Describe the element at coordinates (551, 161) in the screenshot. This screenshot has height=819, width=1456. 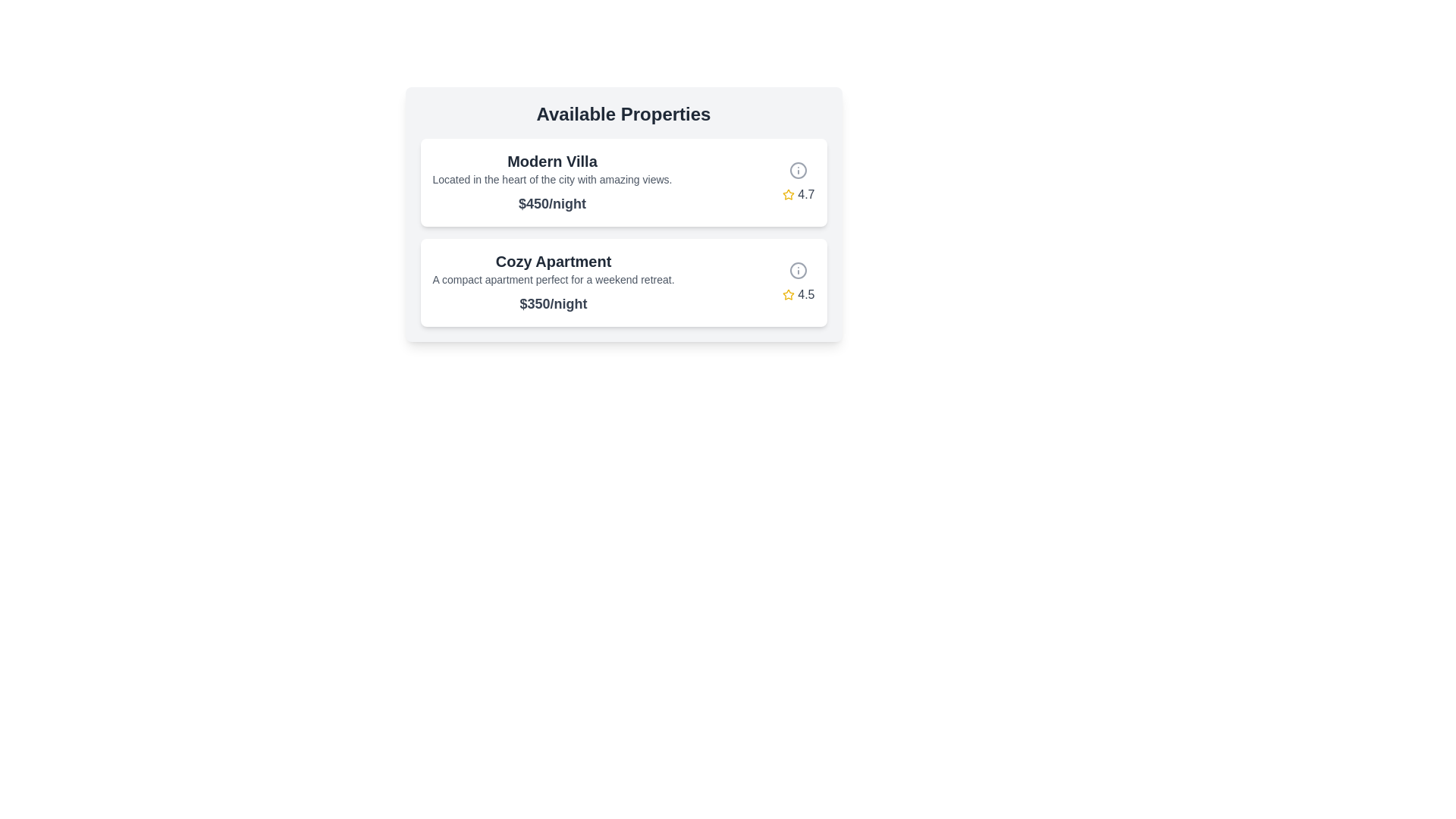
I see `the text label 'Modern Villa', which is the main title of a property card displayed in bold and larger serif font, colored dark gray, and located at the top of a list of property options` at that location.